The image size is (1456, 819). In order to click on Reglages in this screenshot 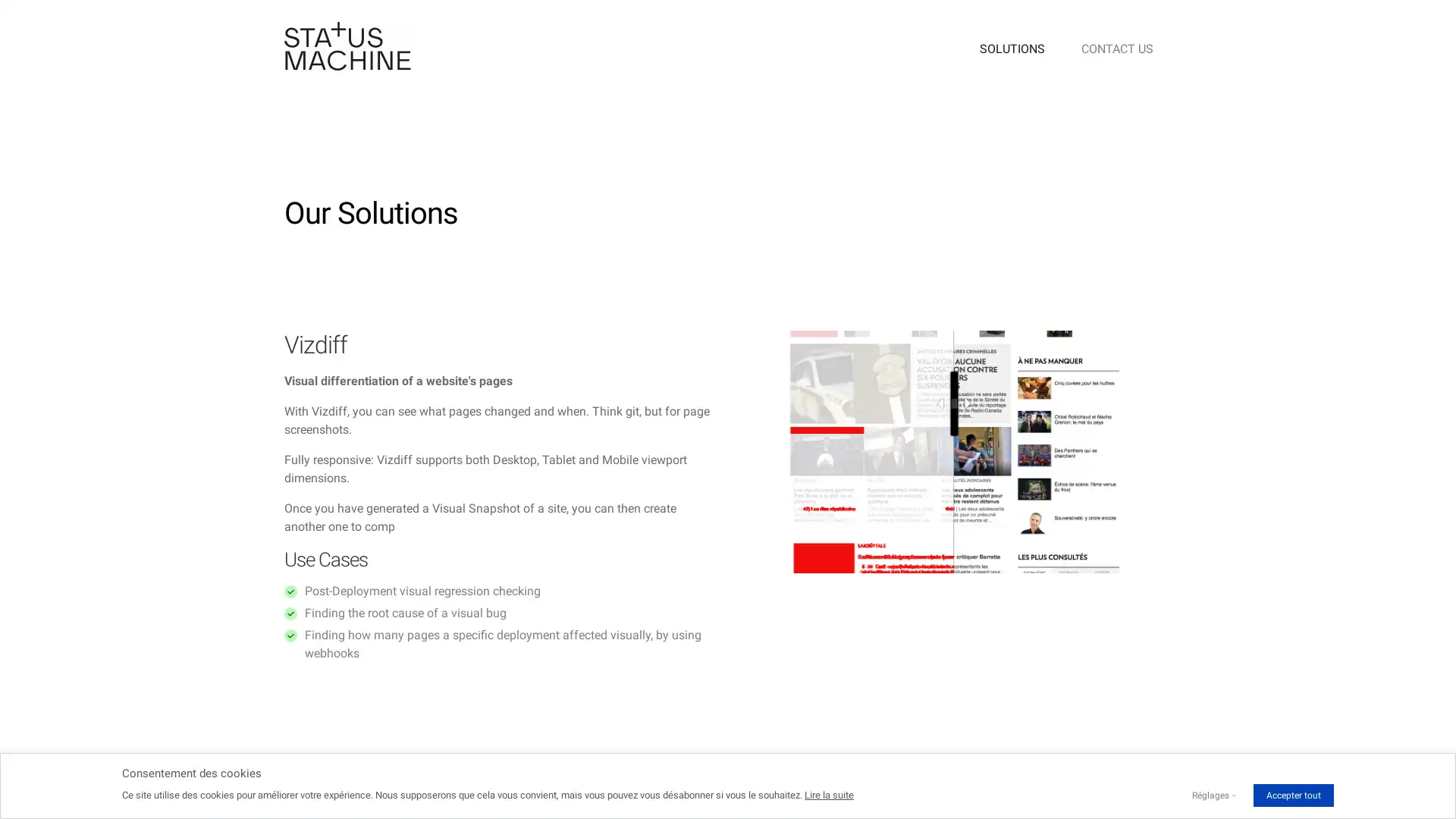, I will do `click(1210, 795)`.